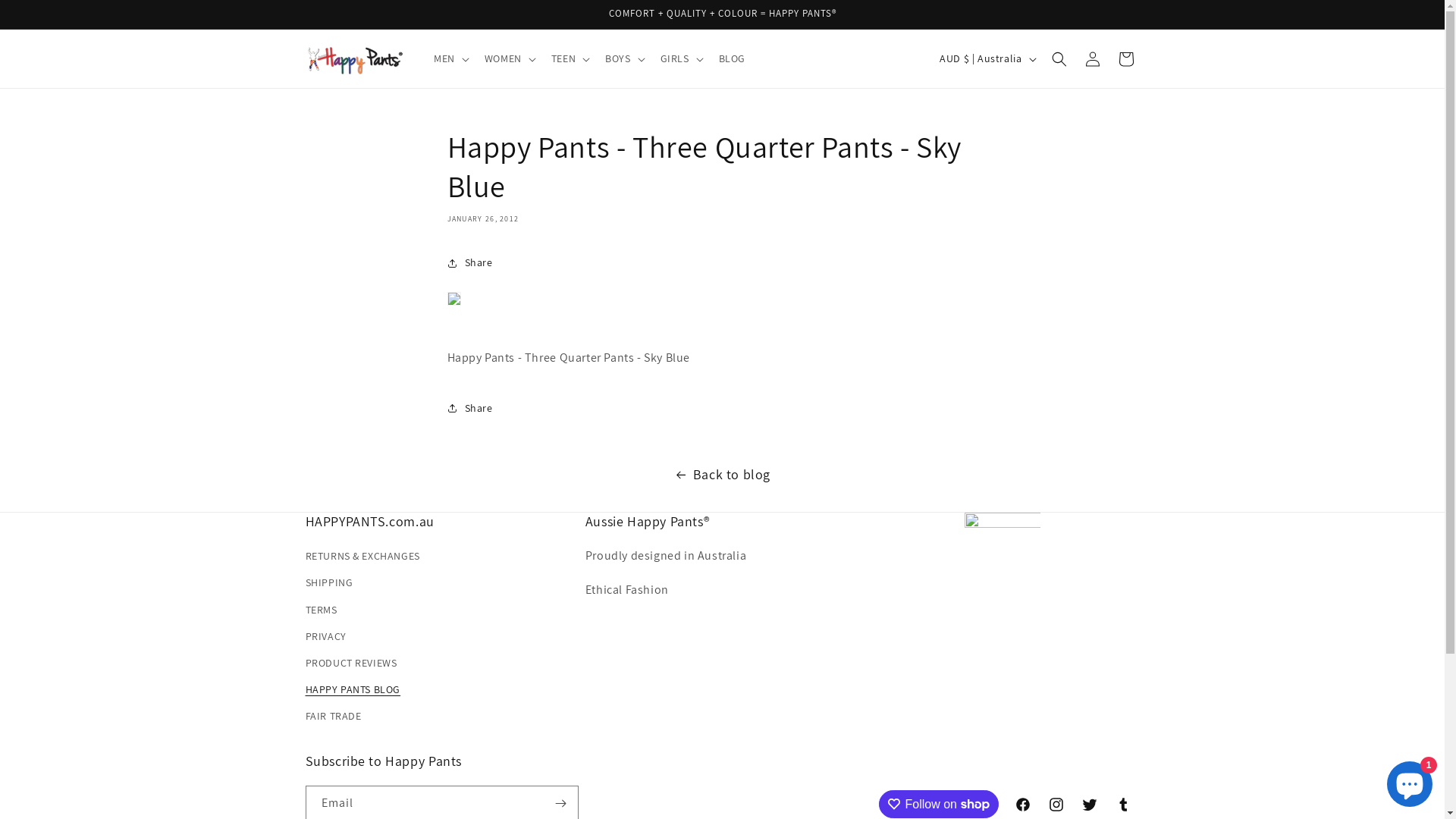 The width and height of the screenshot is (1456, 819). Describe the element at coordinates (1092, 58) in the screenshot. I see `'Log in'` at that location.